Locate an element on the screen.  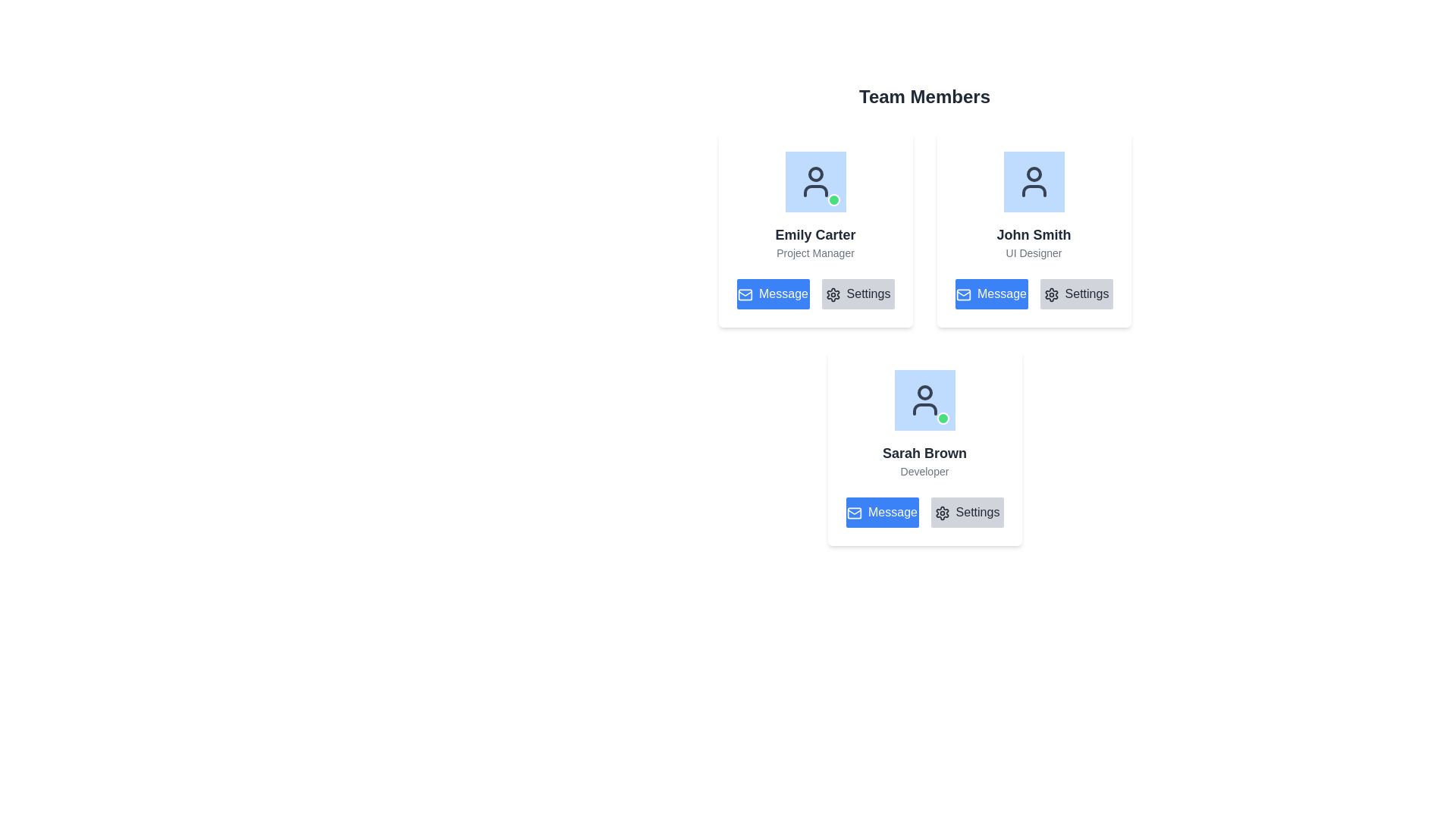
the Status Indicator located at the bottom-right corner of the profile icon for 'Emily Carter' in the team members' grid is located at coordinates (833, 199).